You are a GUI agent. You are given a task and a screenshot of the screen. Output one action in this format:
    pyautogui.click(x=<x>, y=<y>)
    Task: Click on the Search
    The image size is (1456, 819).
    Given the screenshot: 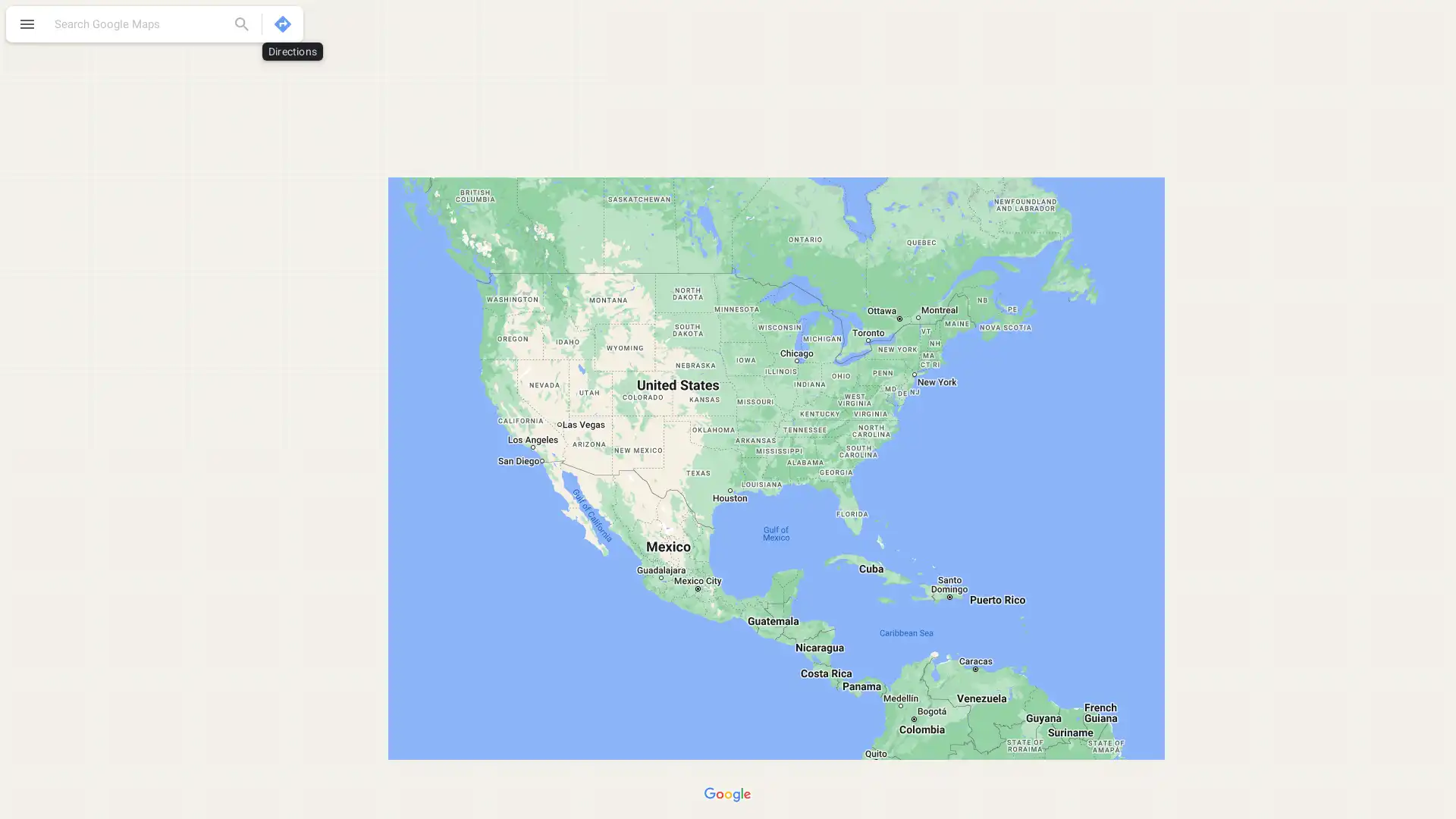 What is the action you would take?
    pyautogui.click(x=240, y=24)
    